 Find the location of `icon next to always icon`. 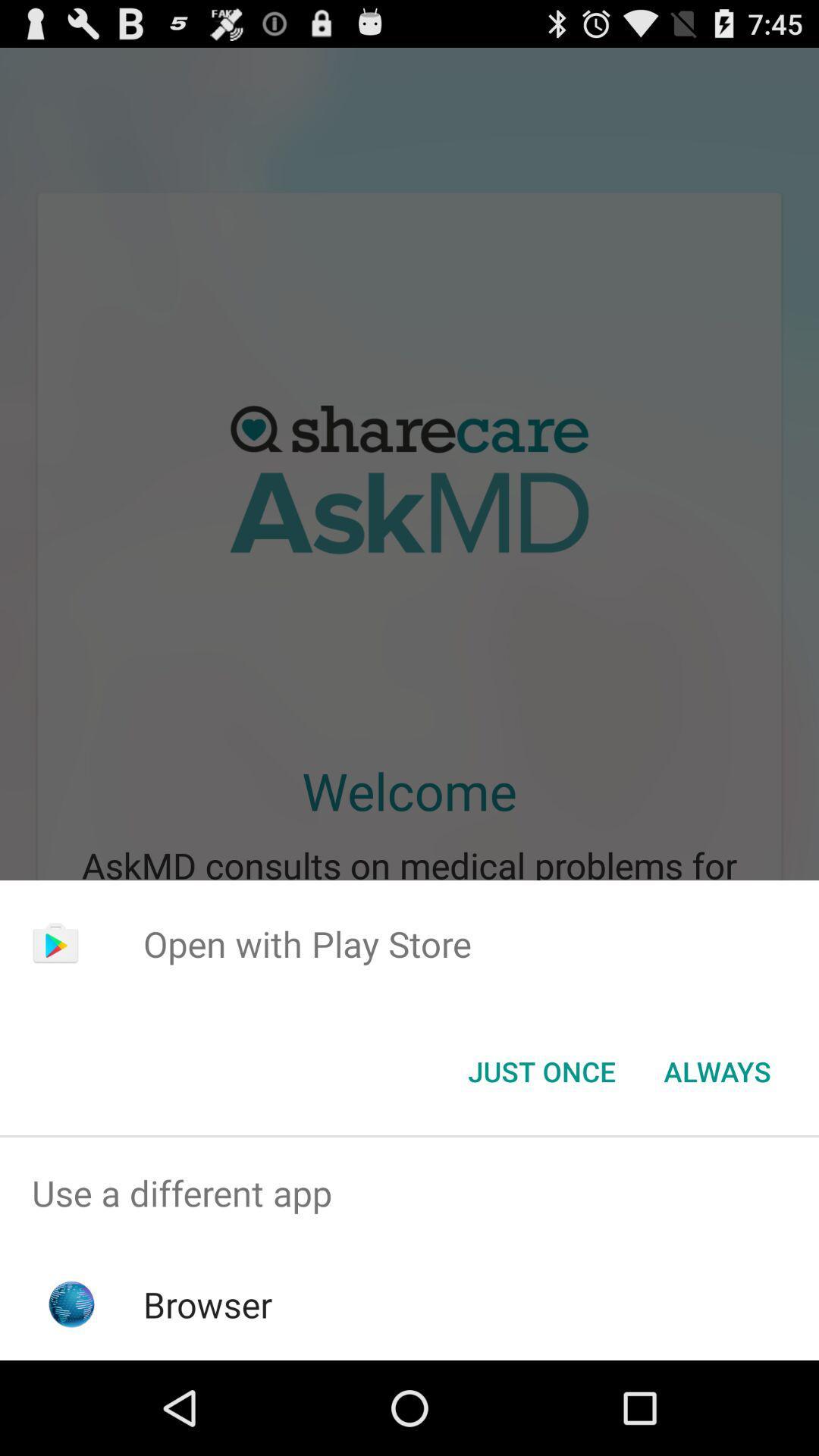

icon next to always icon is located at coordinates (541, 1070).